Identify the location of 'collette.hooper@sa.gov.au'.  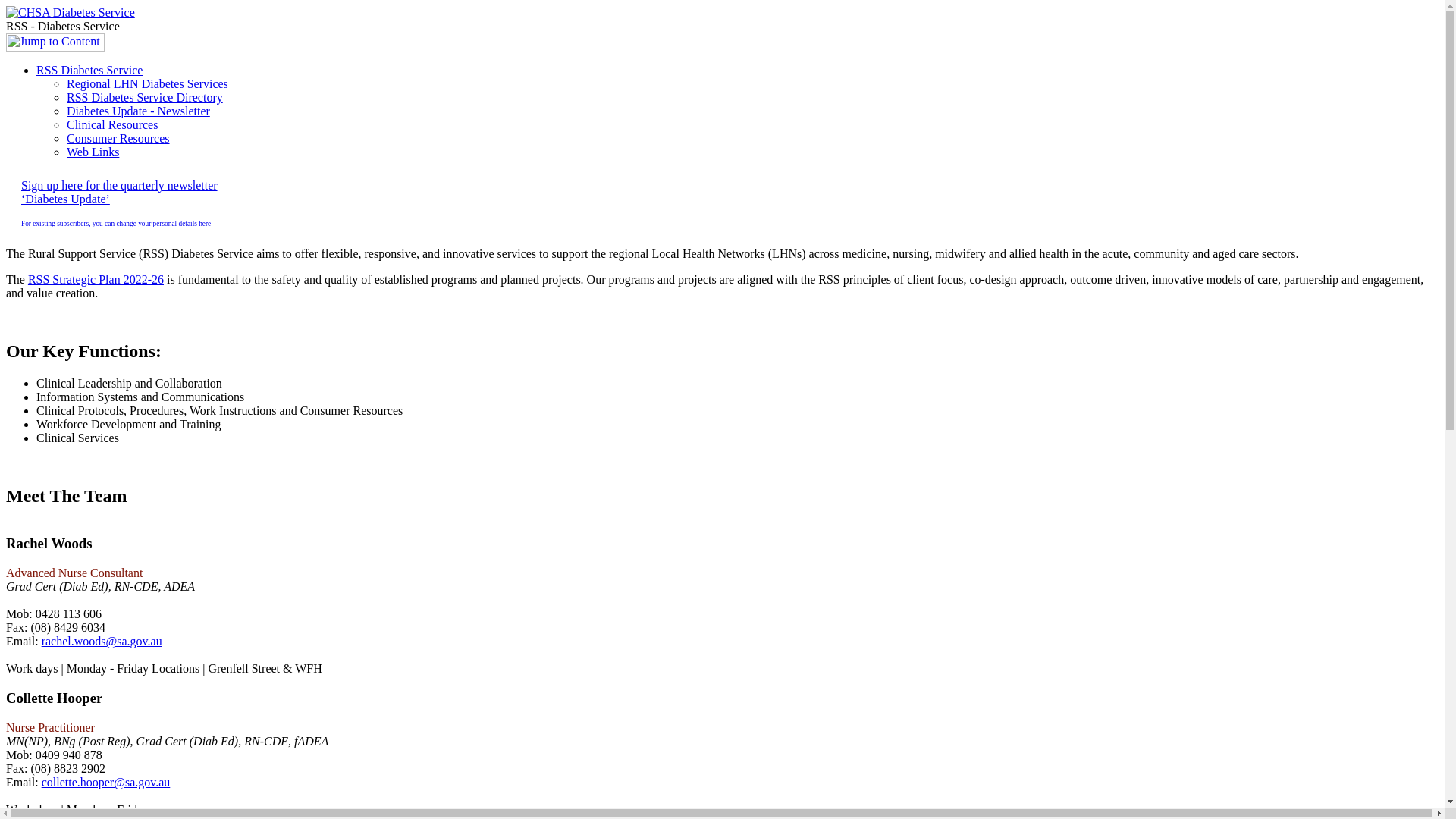
(105, 781).